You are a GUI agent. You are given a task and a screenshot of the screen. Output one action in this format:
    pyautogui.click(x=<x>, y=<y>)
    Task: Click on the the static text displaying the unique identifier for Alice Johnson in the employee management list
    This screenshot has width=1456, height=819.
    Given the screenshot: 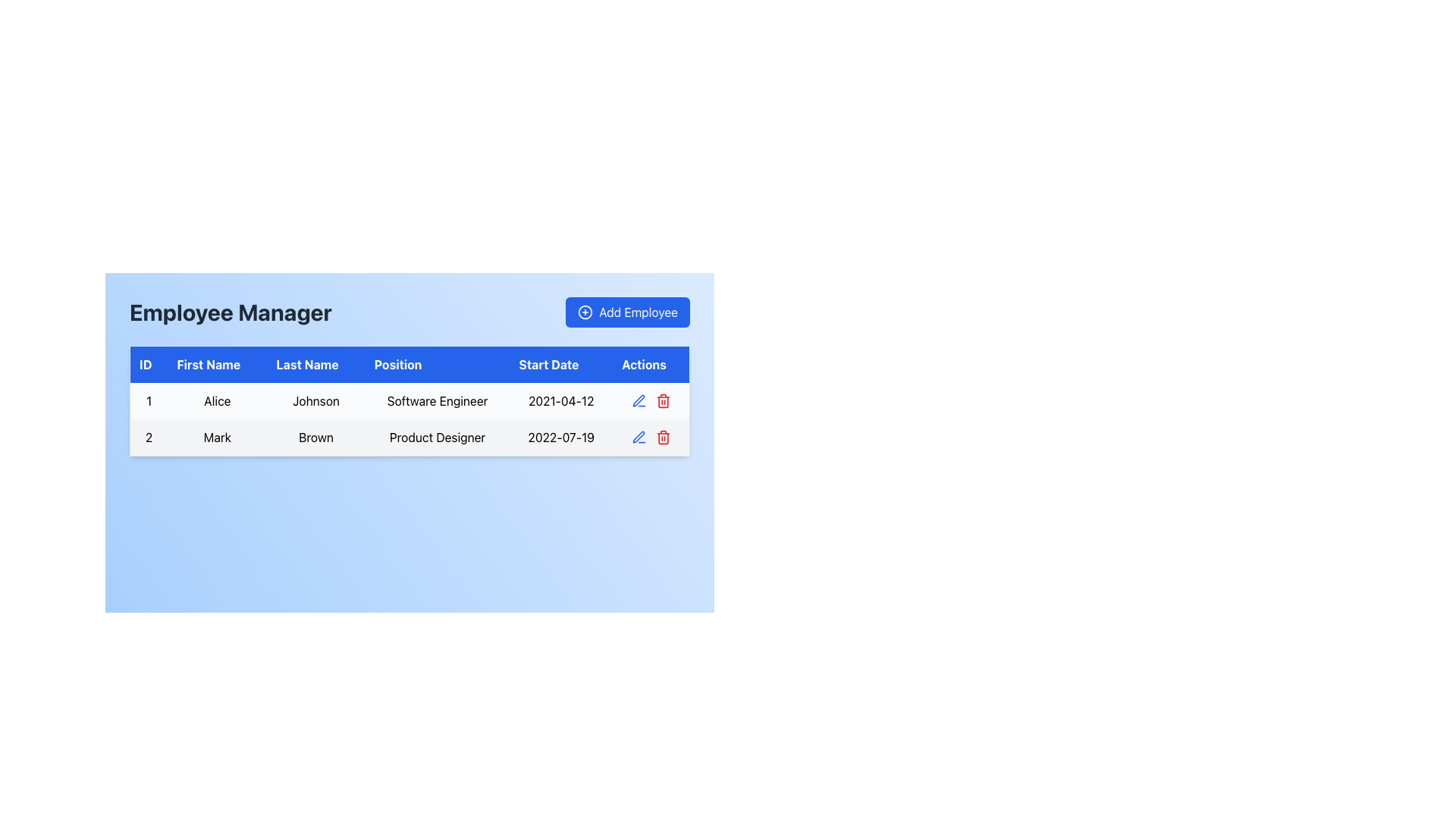 What is the action you would take?
    pyautogui.click(x=149, y=400)
    